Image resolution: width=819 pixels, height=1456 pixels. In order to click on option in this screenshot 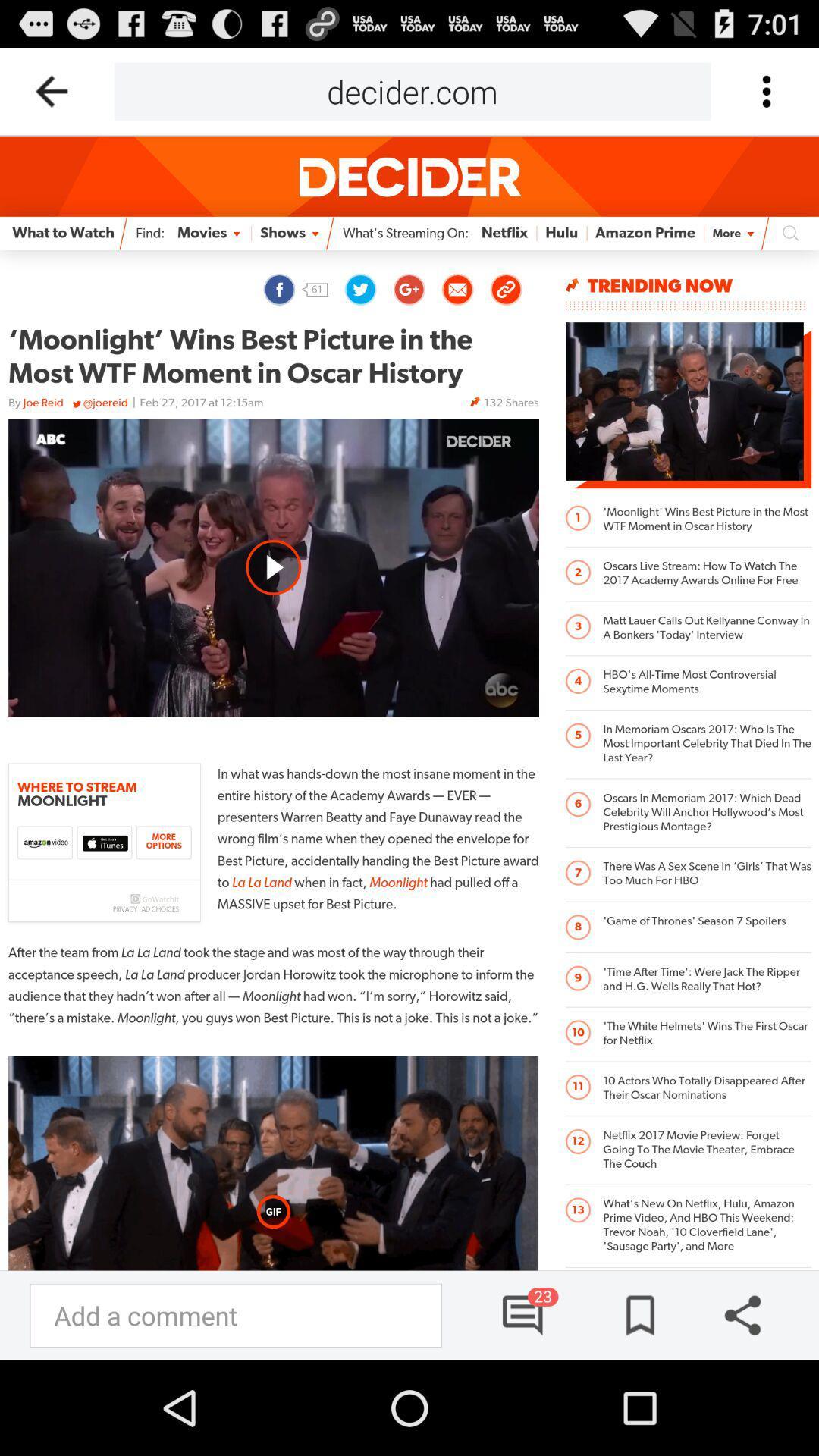, I will do `click(765, 90)`.